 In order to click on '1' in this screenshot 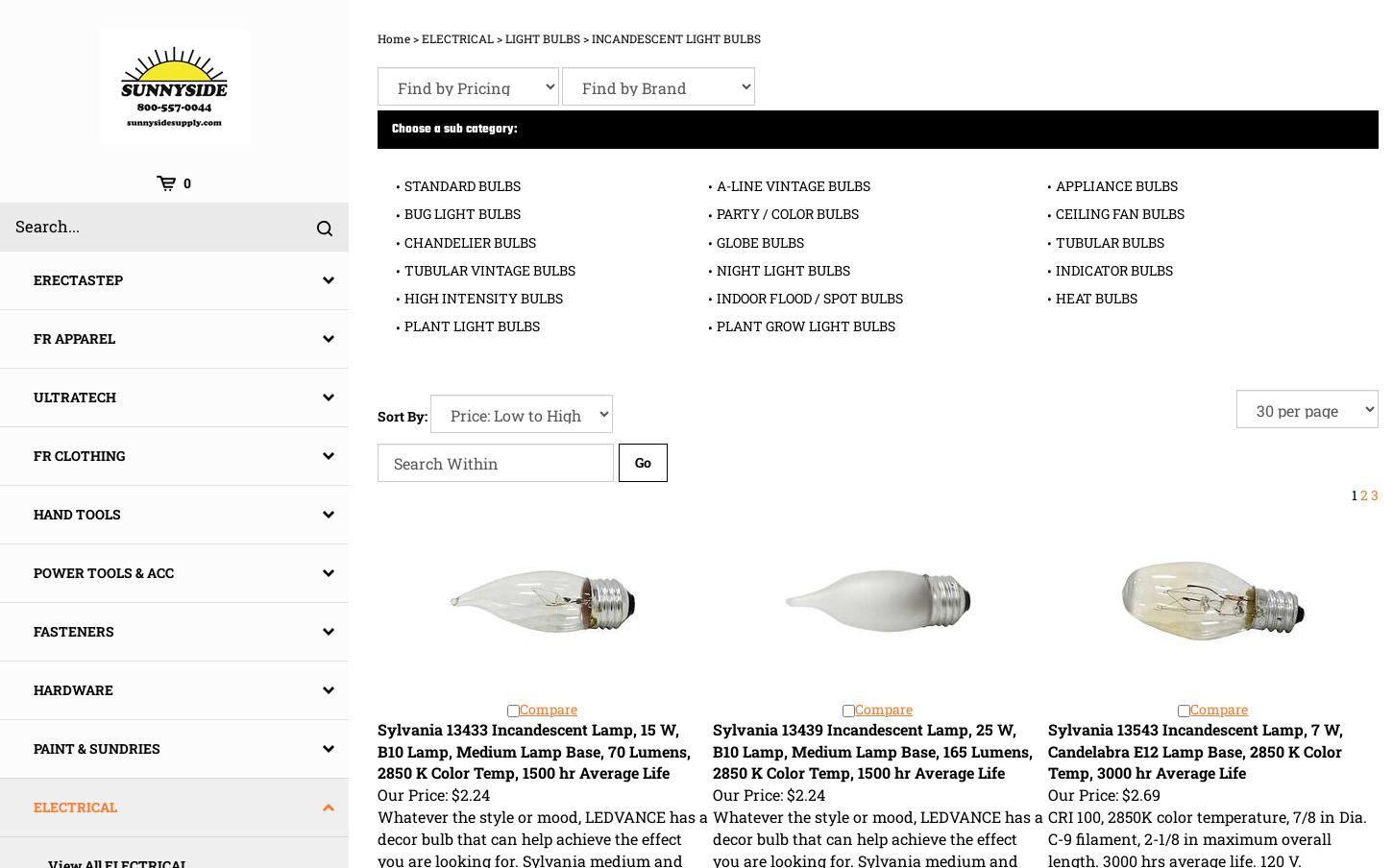, I will do `click(1355, 494)`.